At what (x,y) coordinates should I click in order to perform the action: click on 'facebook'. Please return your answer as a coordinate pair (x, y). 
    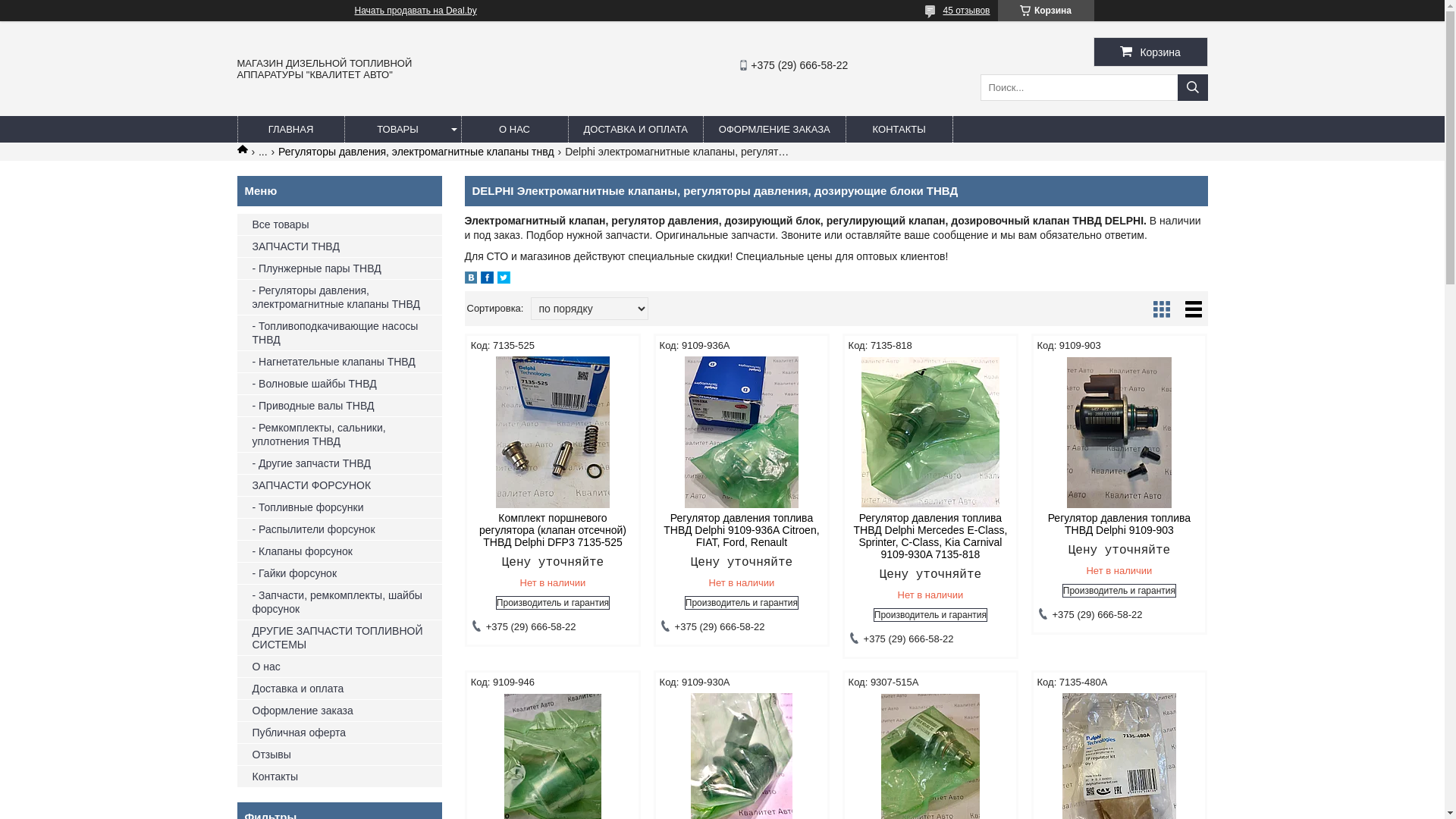
    Looking at the image, I should click on (487, 280).